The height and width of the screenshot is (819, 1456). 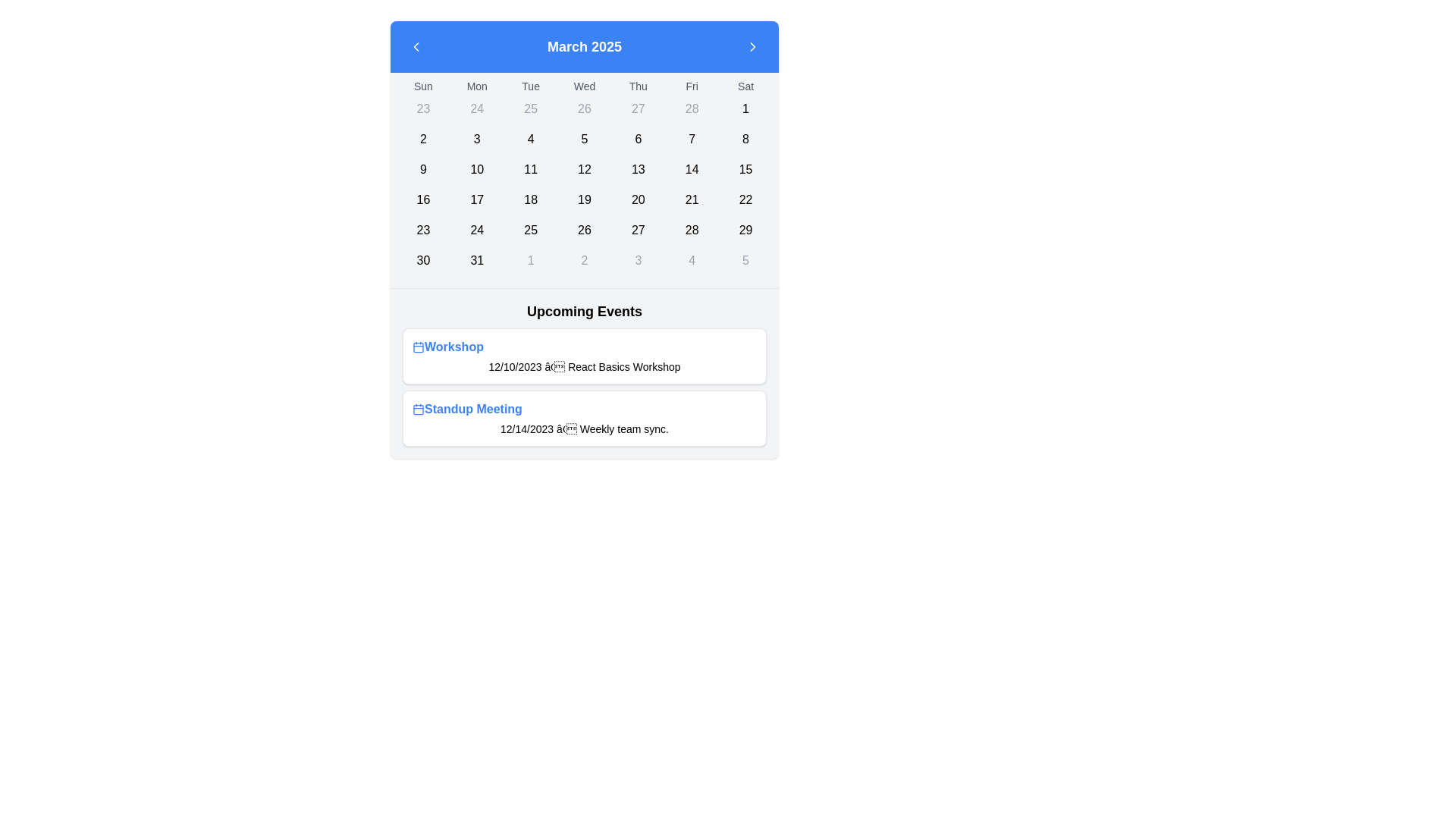 I want to click on the Calendar Date Cell displaying '29' in the March 2025 calendar grid, so click(x=745, y=231).